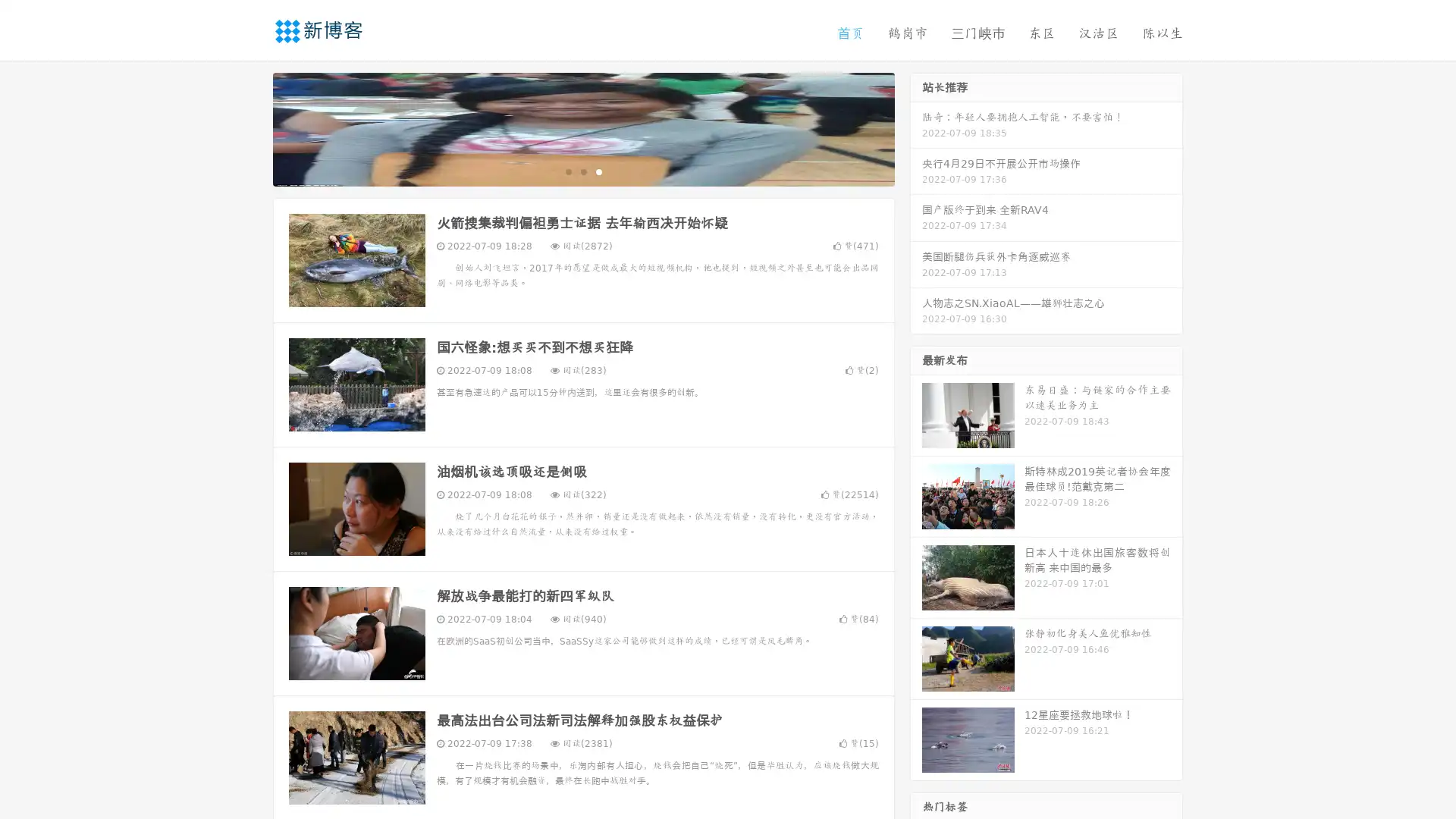 The height and width of the screenshot is (819, 1456). Describe the element at coordinates (582, 171) in the screenshot. I see `Go to slide 2` at that location.